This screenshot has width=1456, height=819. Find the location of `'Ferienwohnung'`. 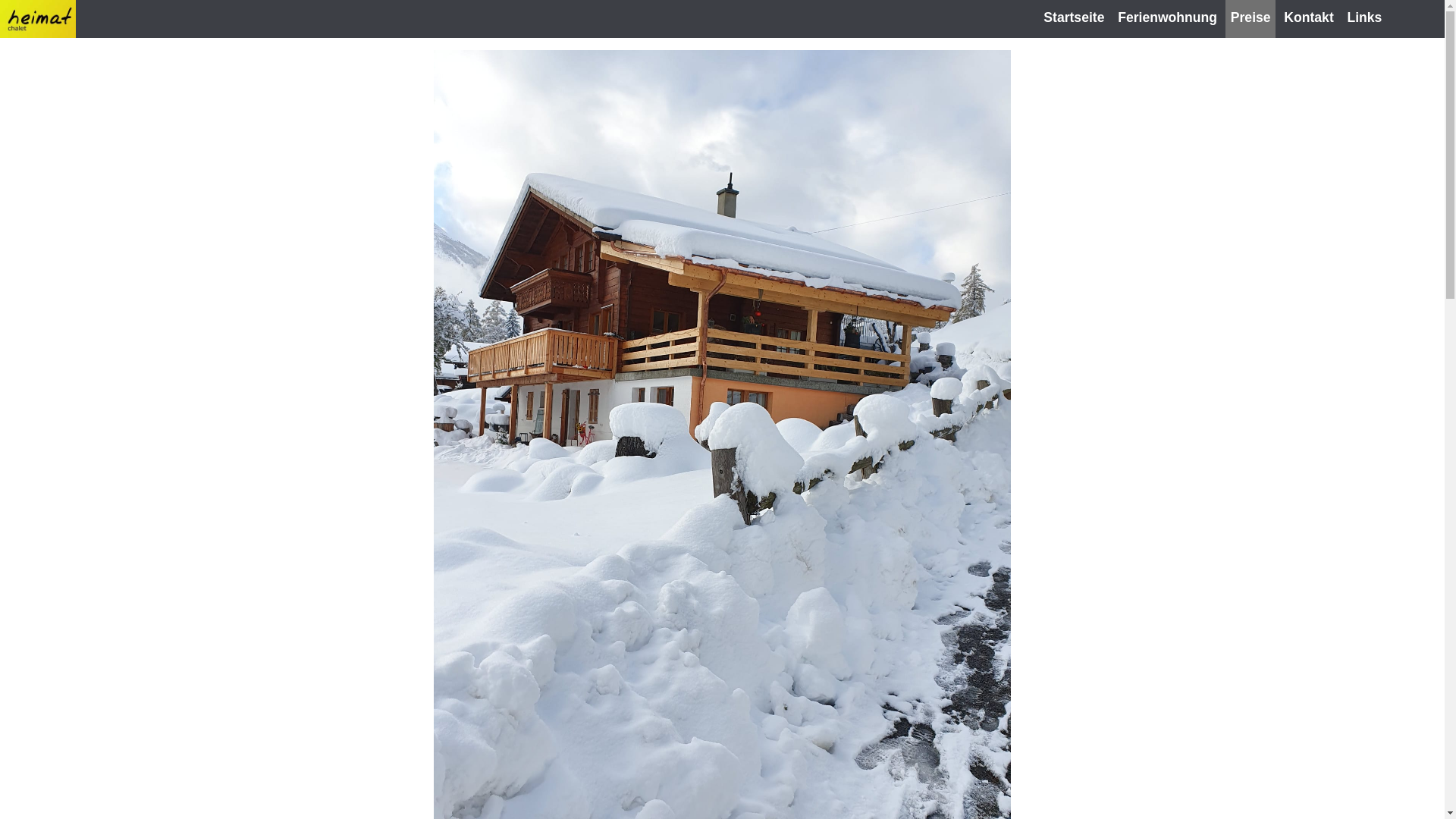

'Ferienwohnung' is located at coordinates (1166, 17).